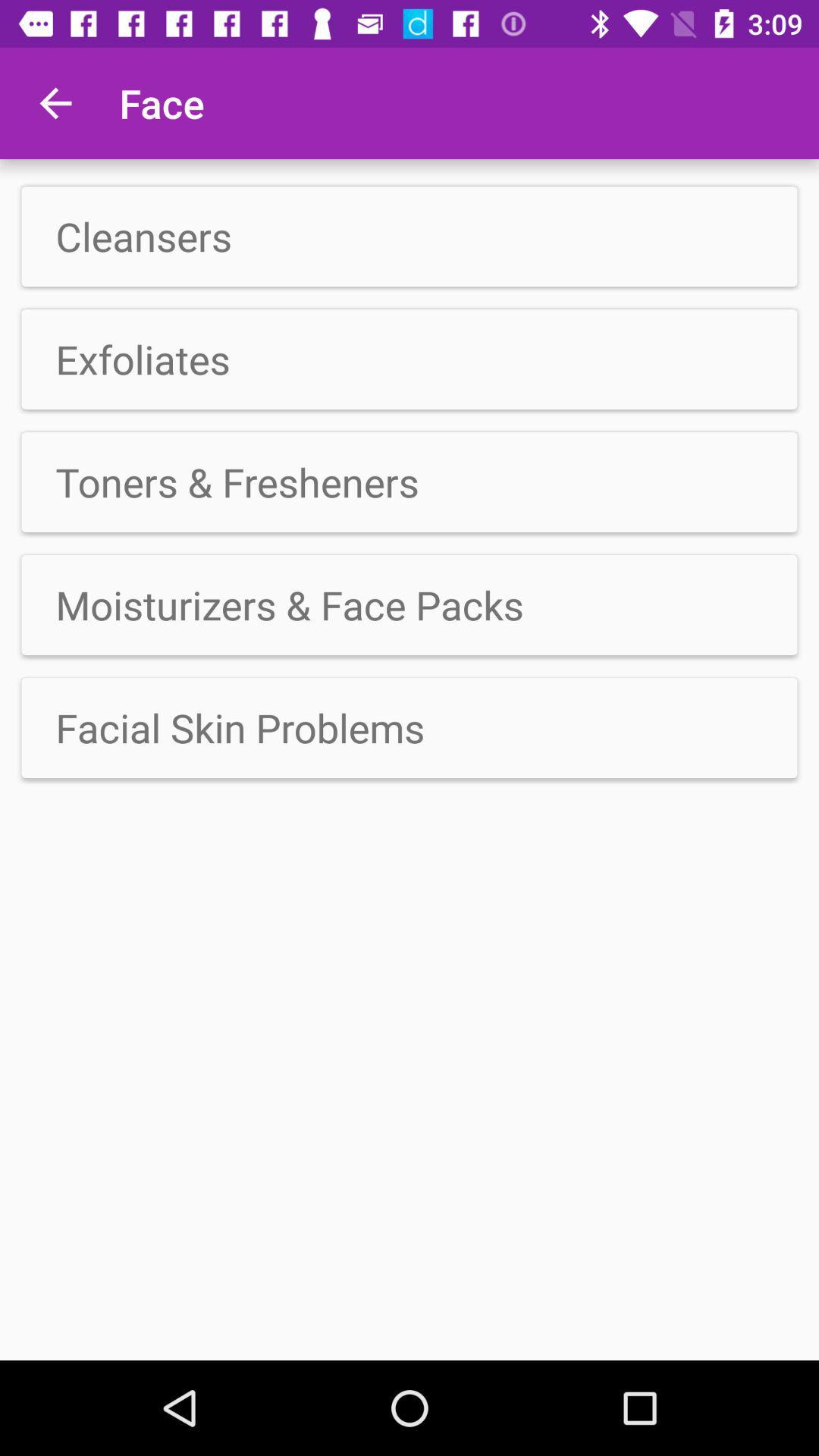  What do you see at coordinates (409, 481) in the screenshot?
I see `icon below exfoliates app` at bounding box center [409, 481].